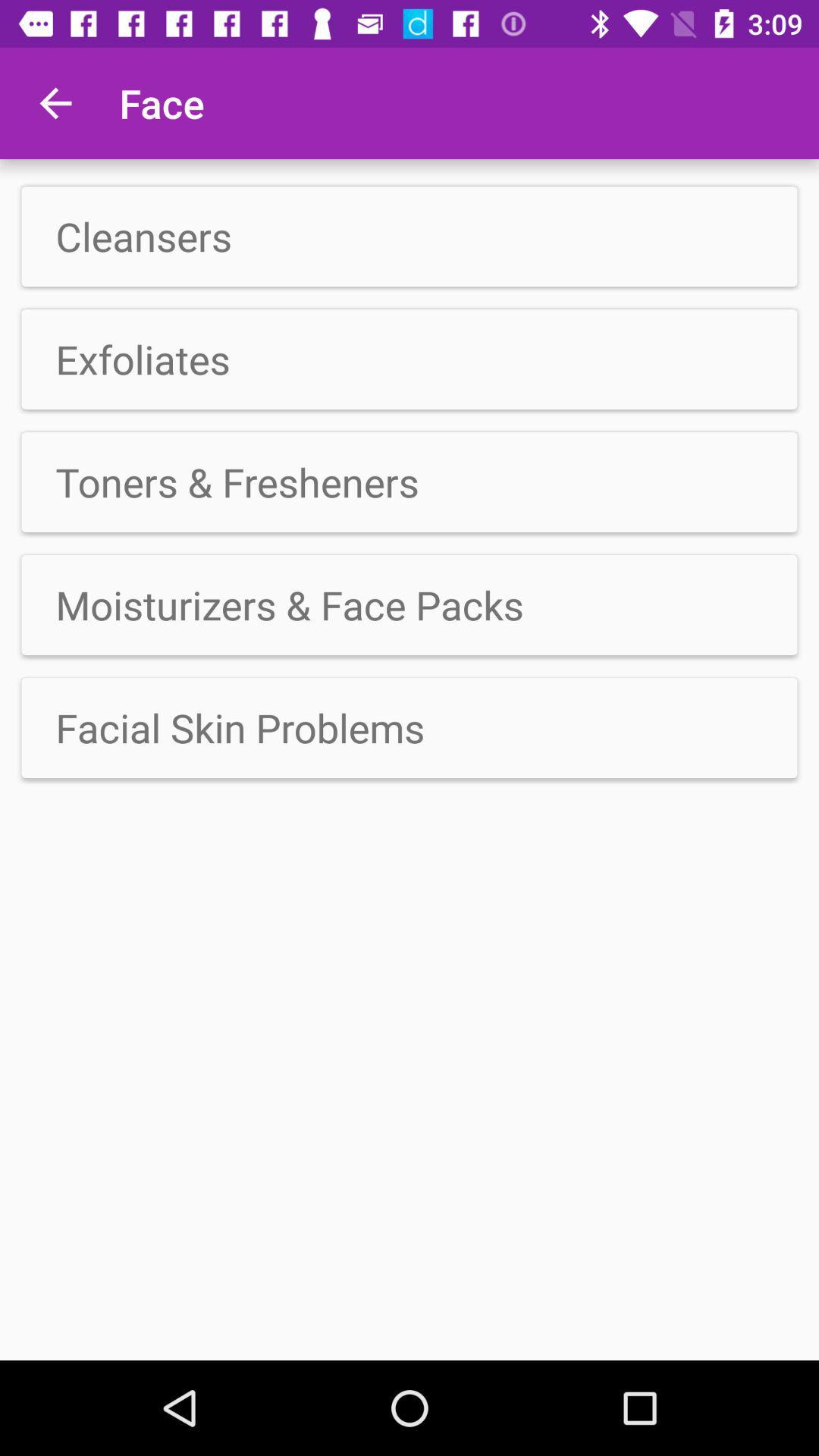  What do you see at coordinates (409, 481) in the screenshot?
I see `icon below exfoliates app` at bounding box center [409, 481].